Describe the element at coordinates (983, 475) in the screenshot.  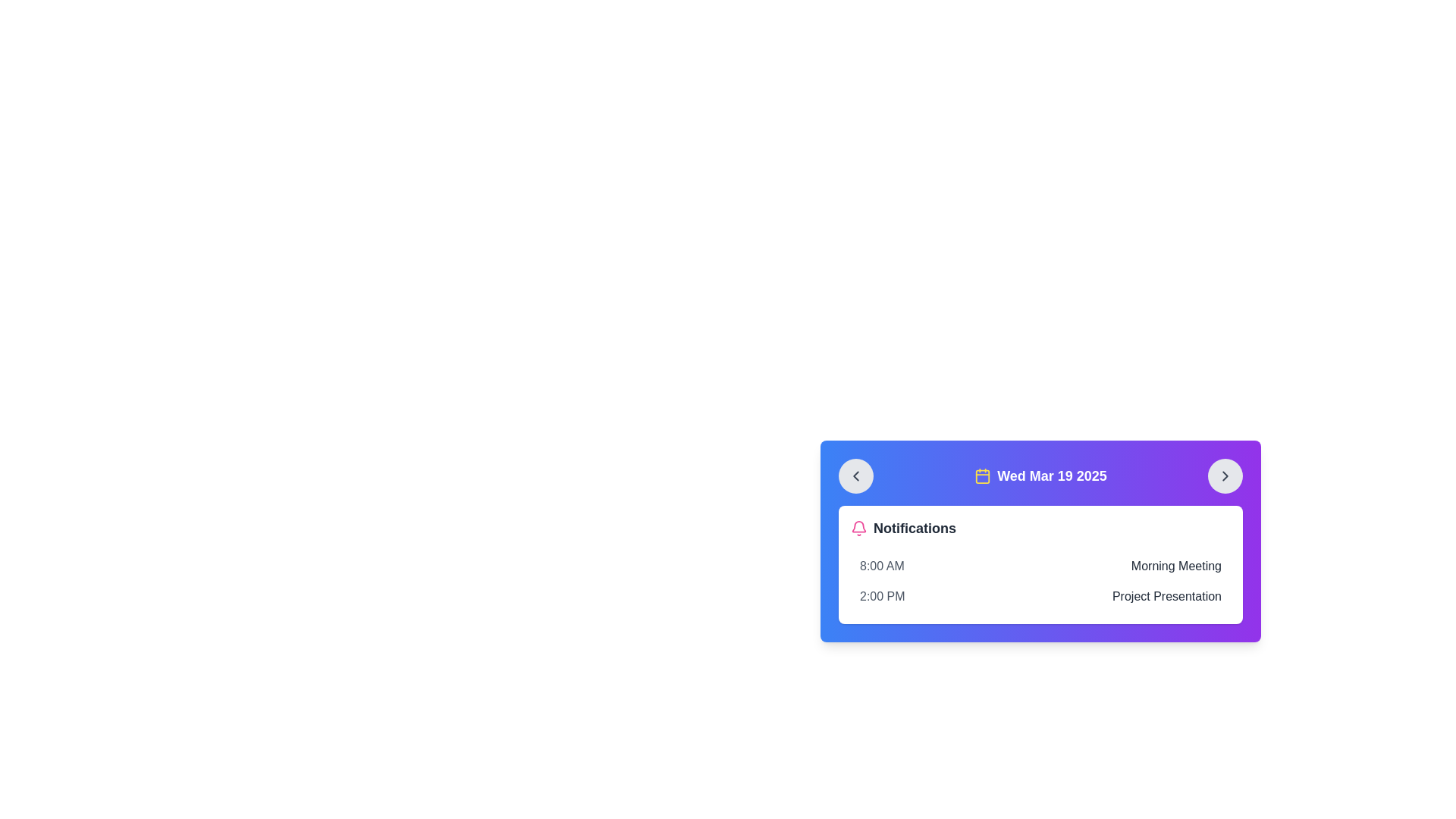
I see `the calendar icon component within the SVG structure that is aligned near the center of the top purple bar, adjacent to the date text 'Wed Mar 19 2025'` at that location.